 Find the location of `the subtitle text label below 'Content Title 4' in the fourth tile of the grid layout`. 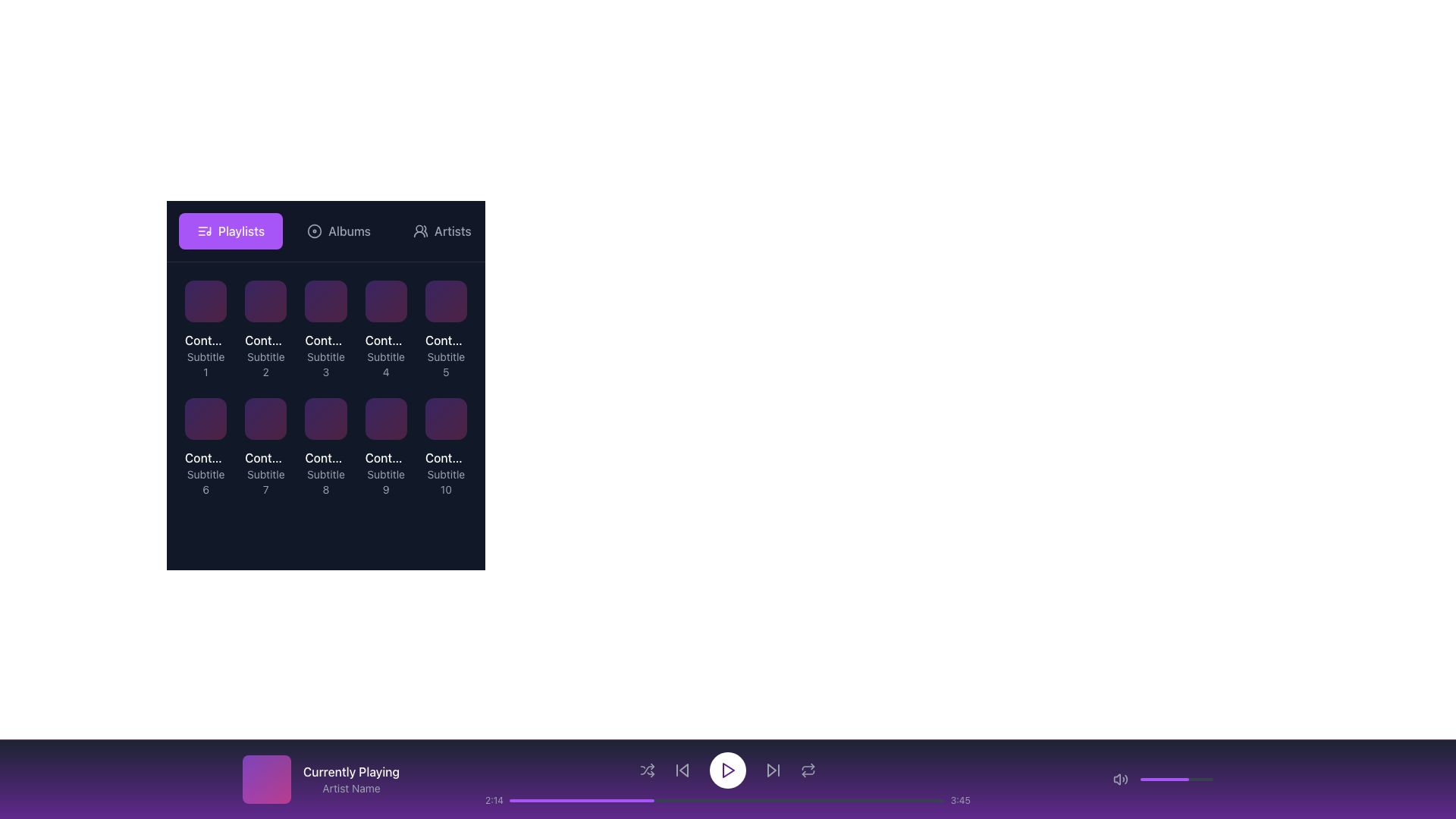

the subtitle text label below 'Content Title 4' in the fourth tile of the grid layout is located at coordinates (386, 365).